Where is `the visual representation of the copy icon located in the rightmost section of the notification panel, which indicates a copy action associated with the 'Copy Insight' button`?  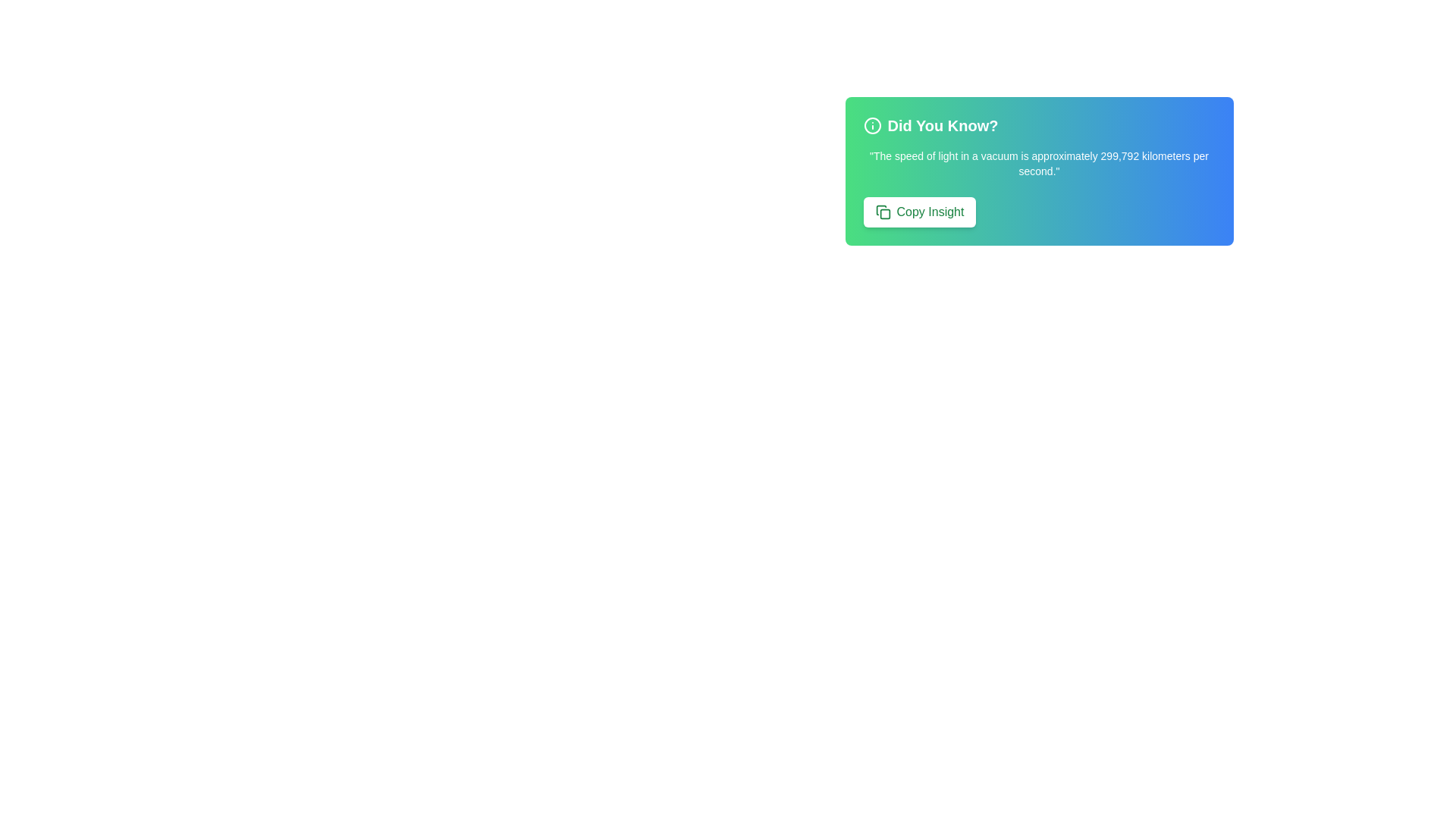
the visual representation of the copy icon located in the rightmost section of the notification panel, which indicates a copy action associated with the 'Copy Insight' button is located at coordinates (880, 210).